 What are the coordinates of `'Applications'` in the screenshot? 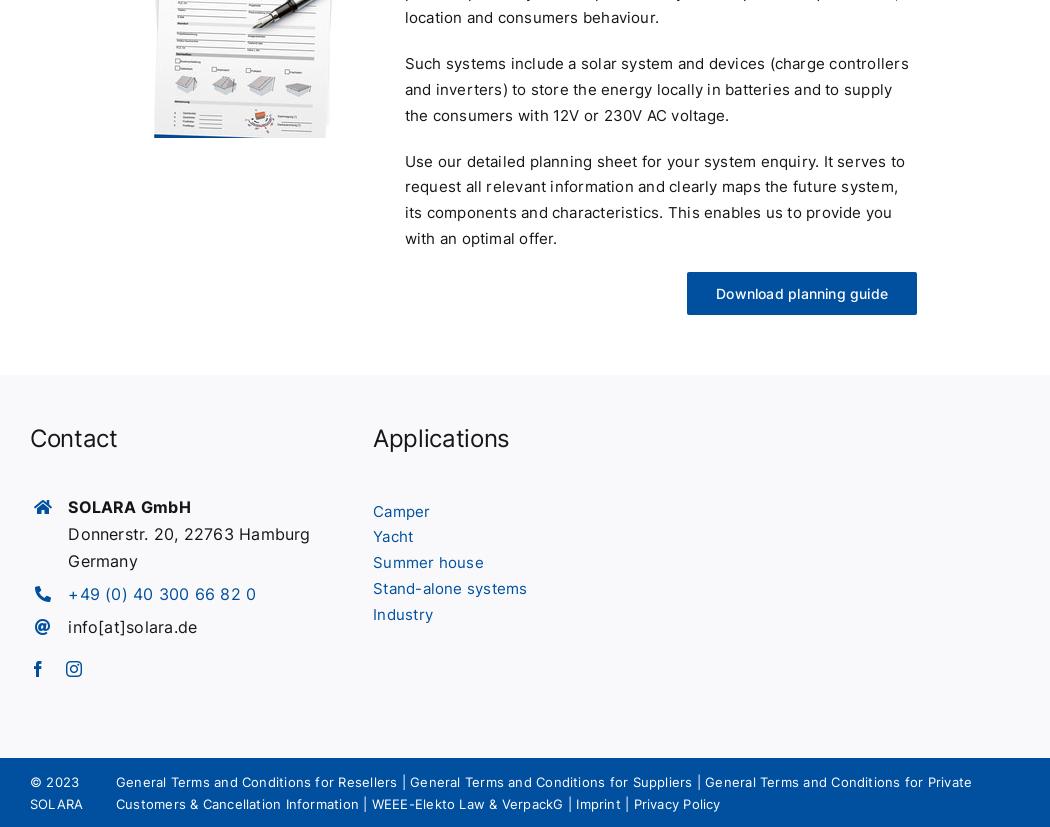 It's located at (440, 436).